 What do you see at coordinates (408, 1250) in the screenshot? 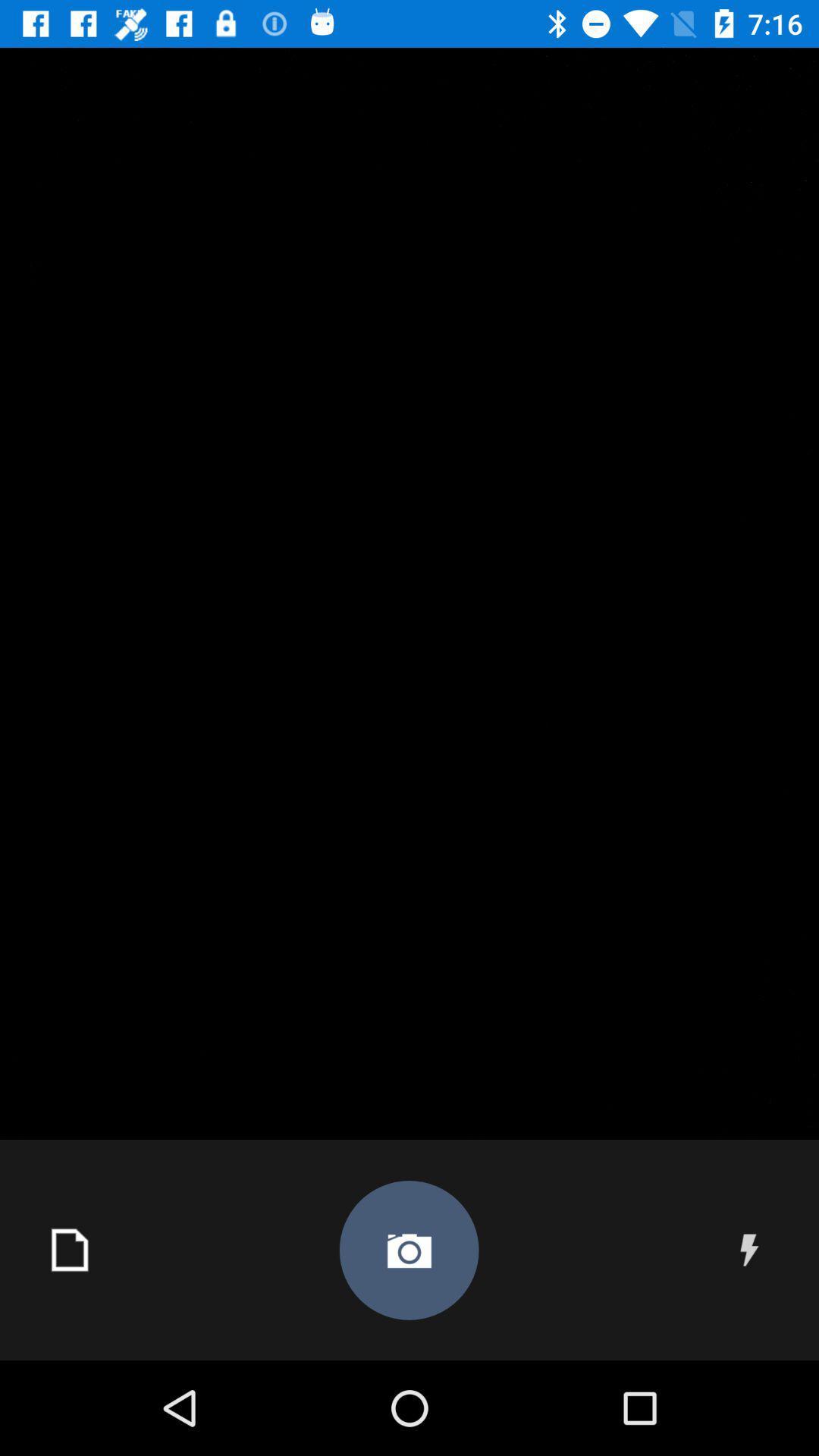
I see `the photo icon` at bounding box center [408, 1250].